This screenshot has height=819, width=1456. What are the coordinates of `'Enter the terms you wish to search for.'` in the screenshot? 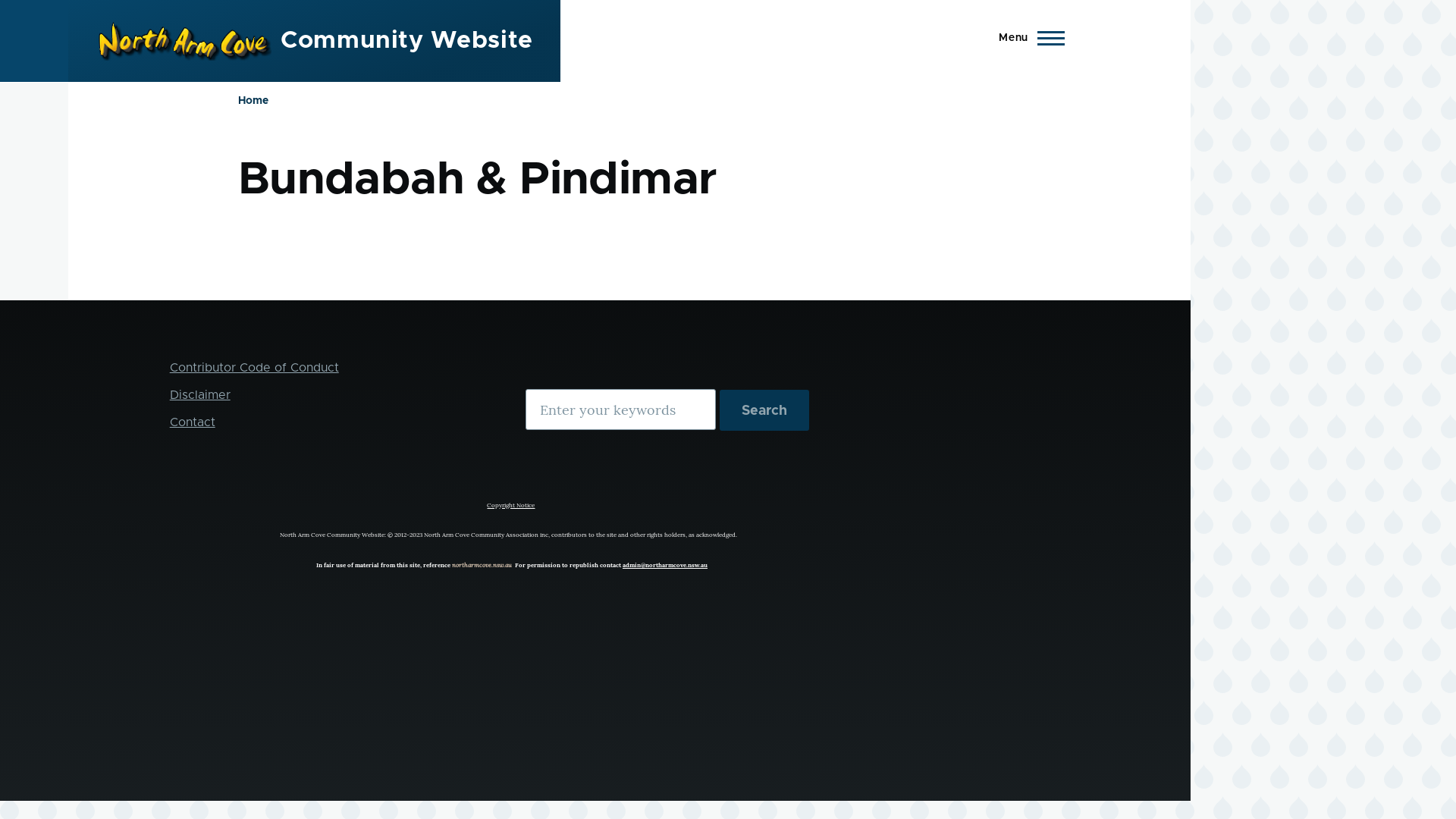 It's located at (620, 409).